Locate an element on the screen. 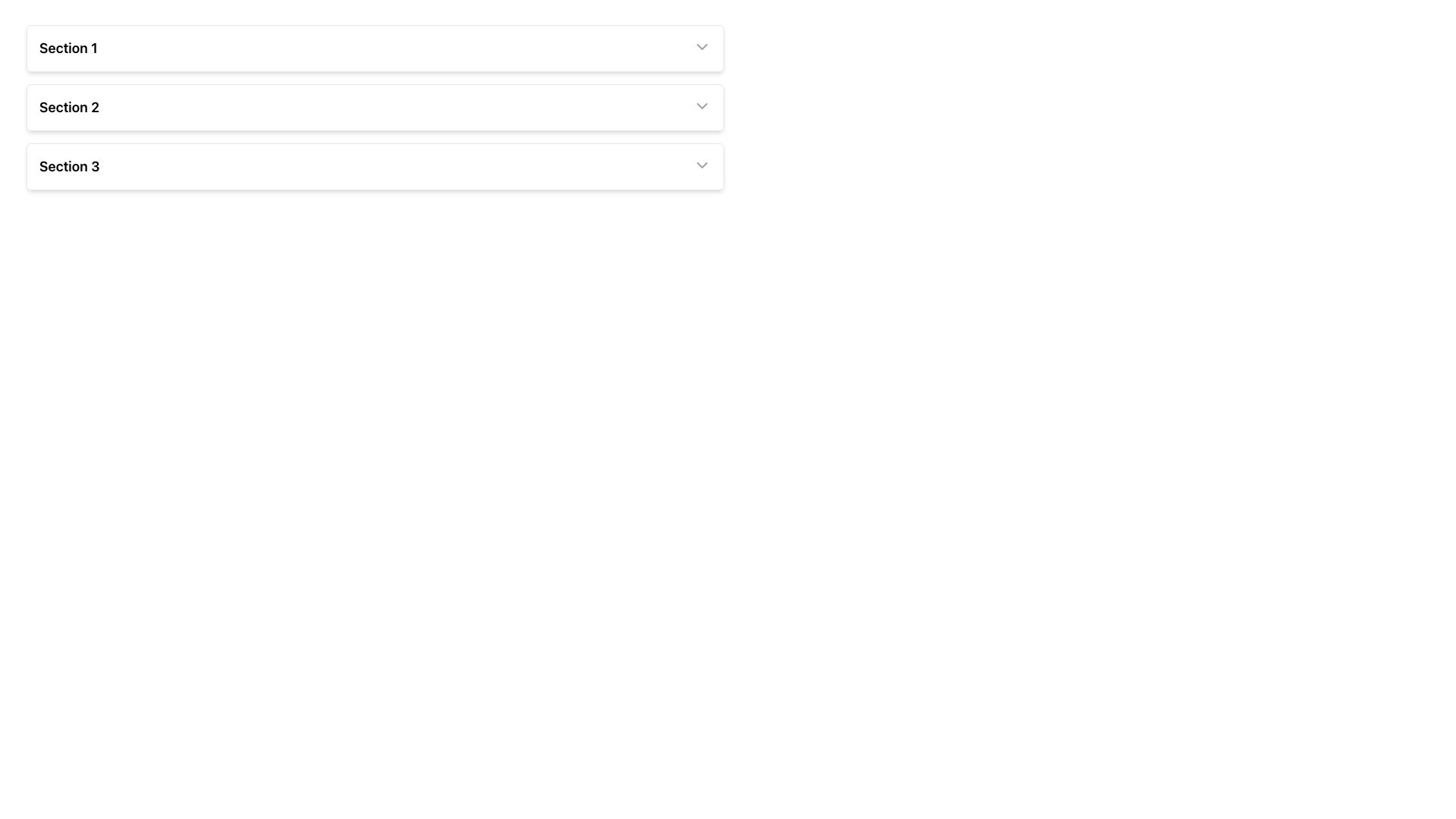 The width and height of the screenshot is (1456, 819). the CollapsibleSectionHeader labeled 'Section 3' is located at coordinates (375, 166).